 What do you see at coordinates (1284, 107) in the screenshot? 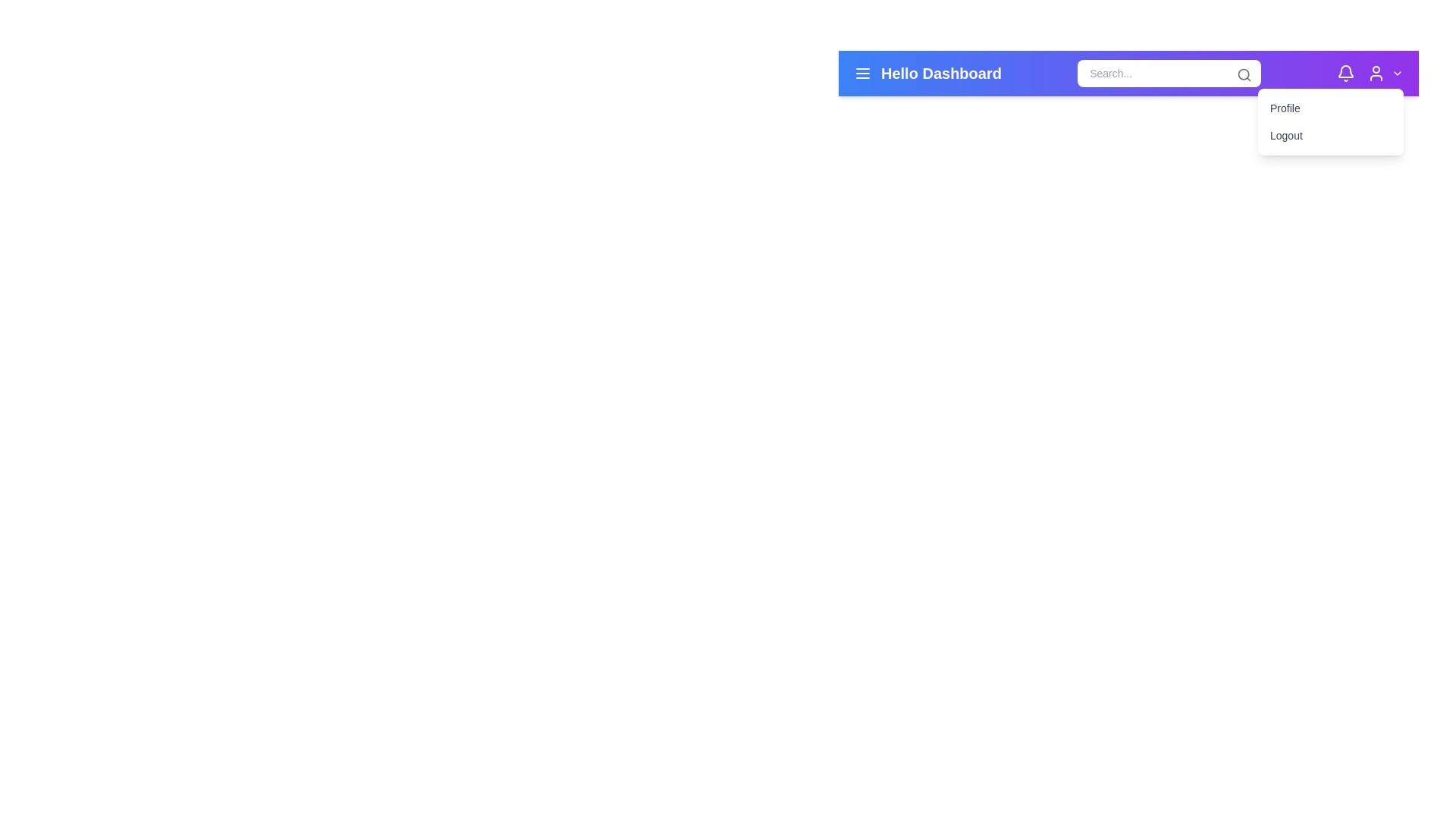
I see `the 'Profile' menu item in the dropdown menu` at bounding box center [1284, 107].